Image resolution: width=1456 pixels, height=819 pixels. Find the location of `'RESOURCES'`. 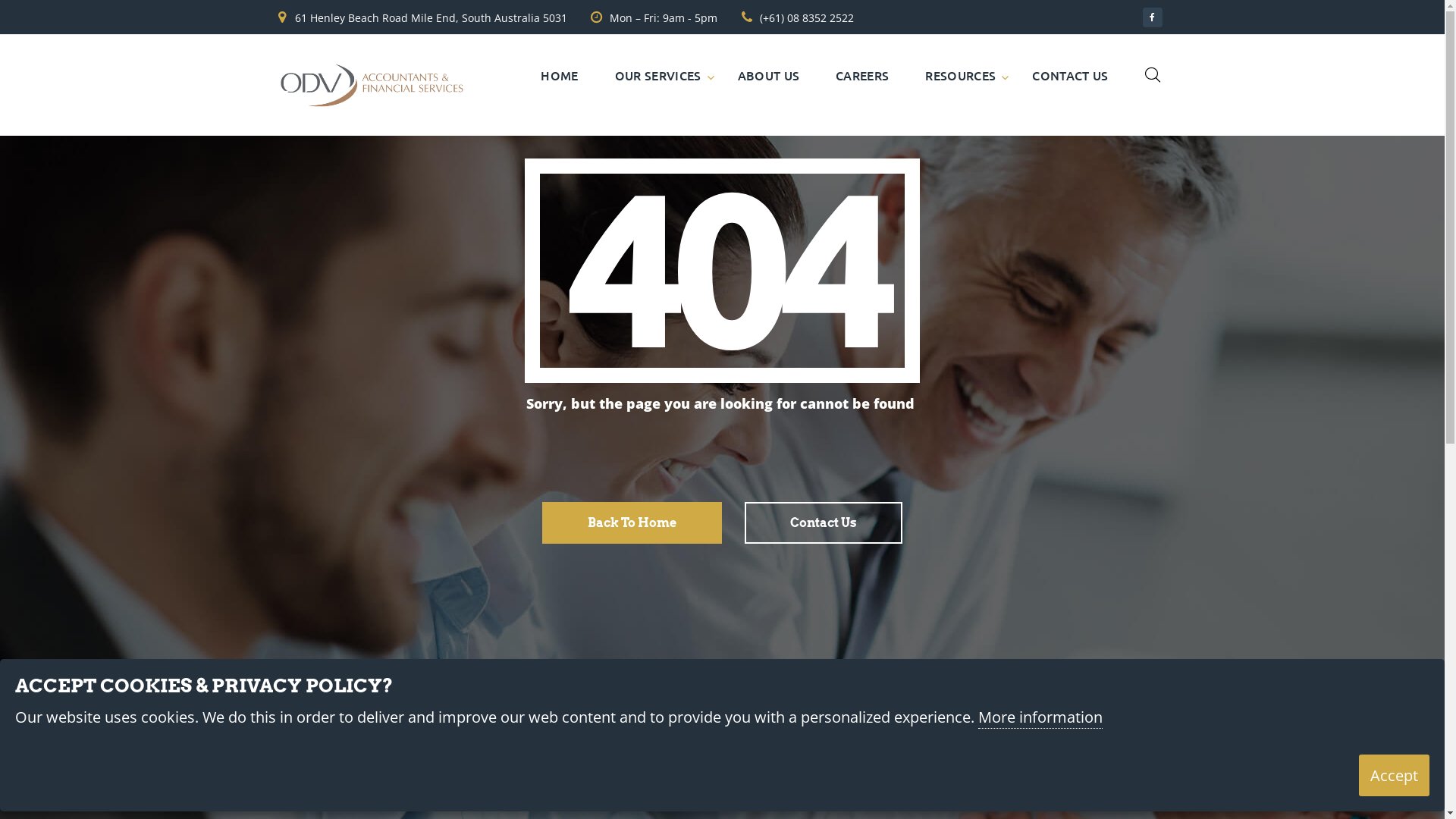

'RESOURCES' is located at coordinates (924, 75).